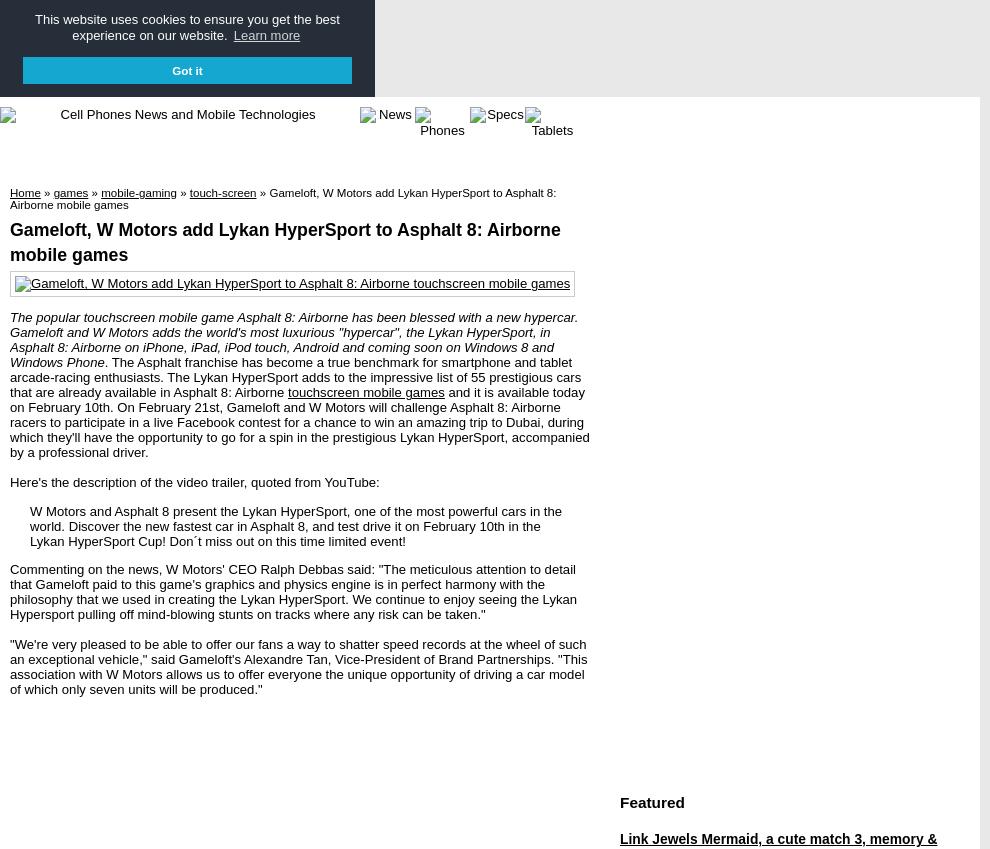 The height and width of the screenshot is (849, 990). Describe the element at coordinates (99, 191) in the screenshot. I see `'mobile-gaming'` at that location.